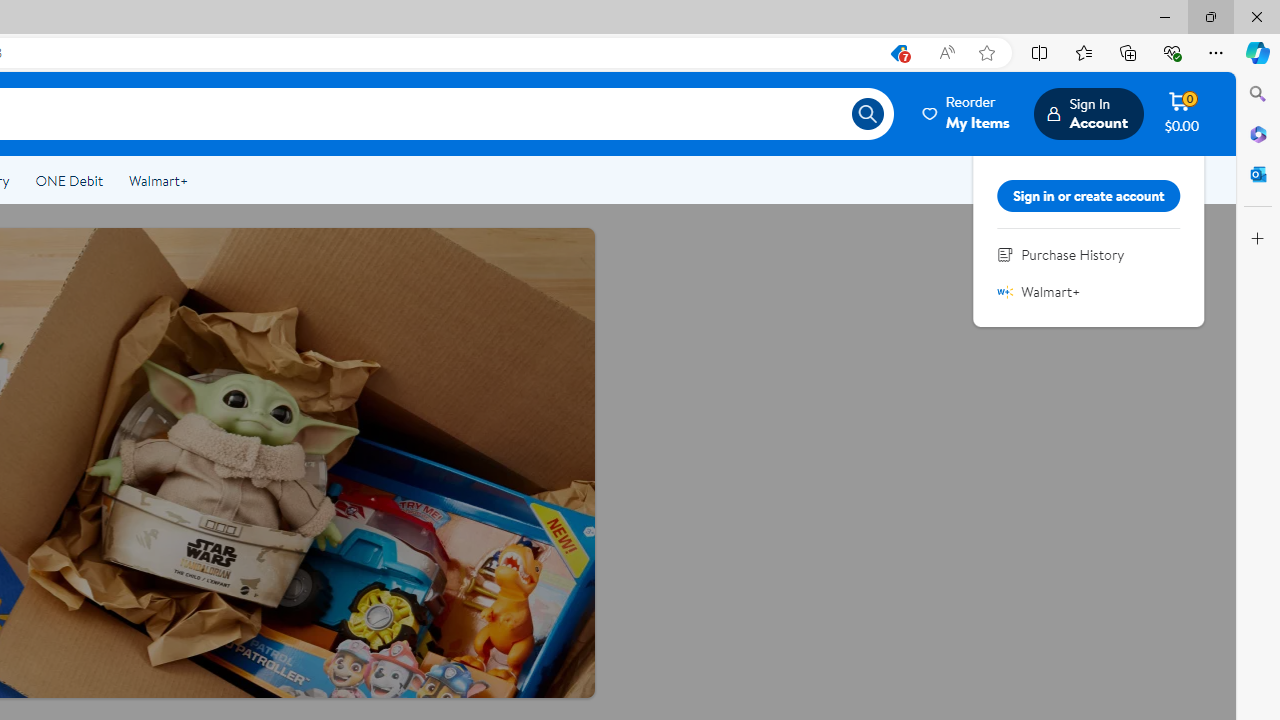  What do you see at coordinates (967, 113) in the screenshot?
I see `'ReorderMy Items'` at bounding box center [967, 113].